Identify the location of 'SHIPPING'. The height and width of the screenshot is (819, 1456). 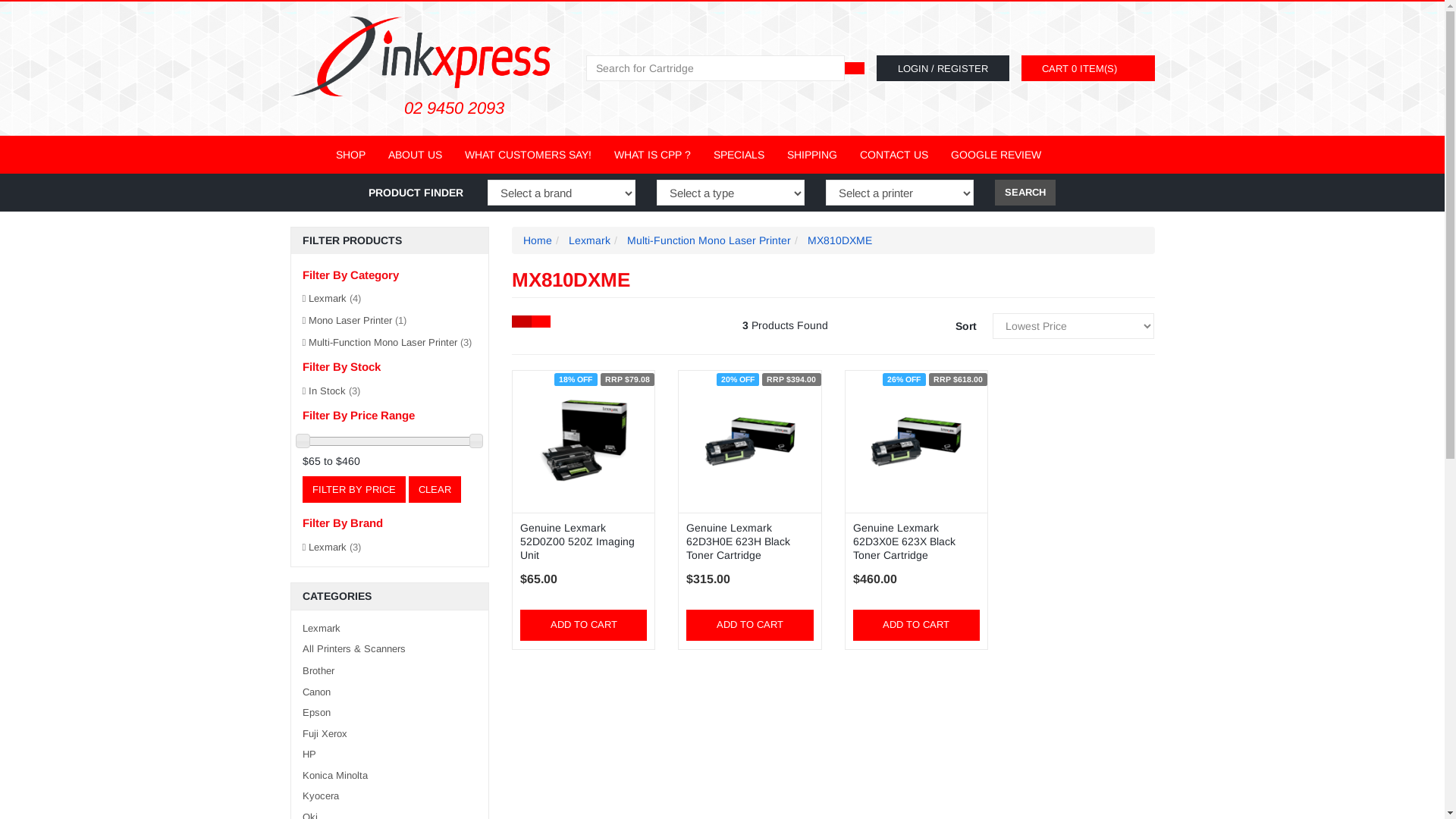
(811, 155).